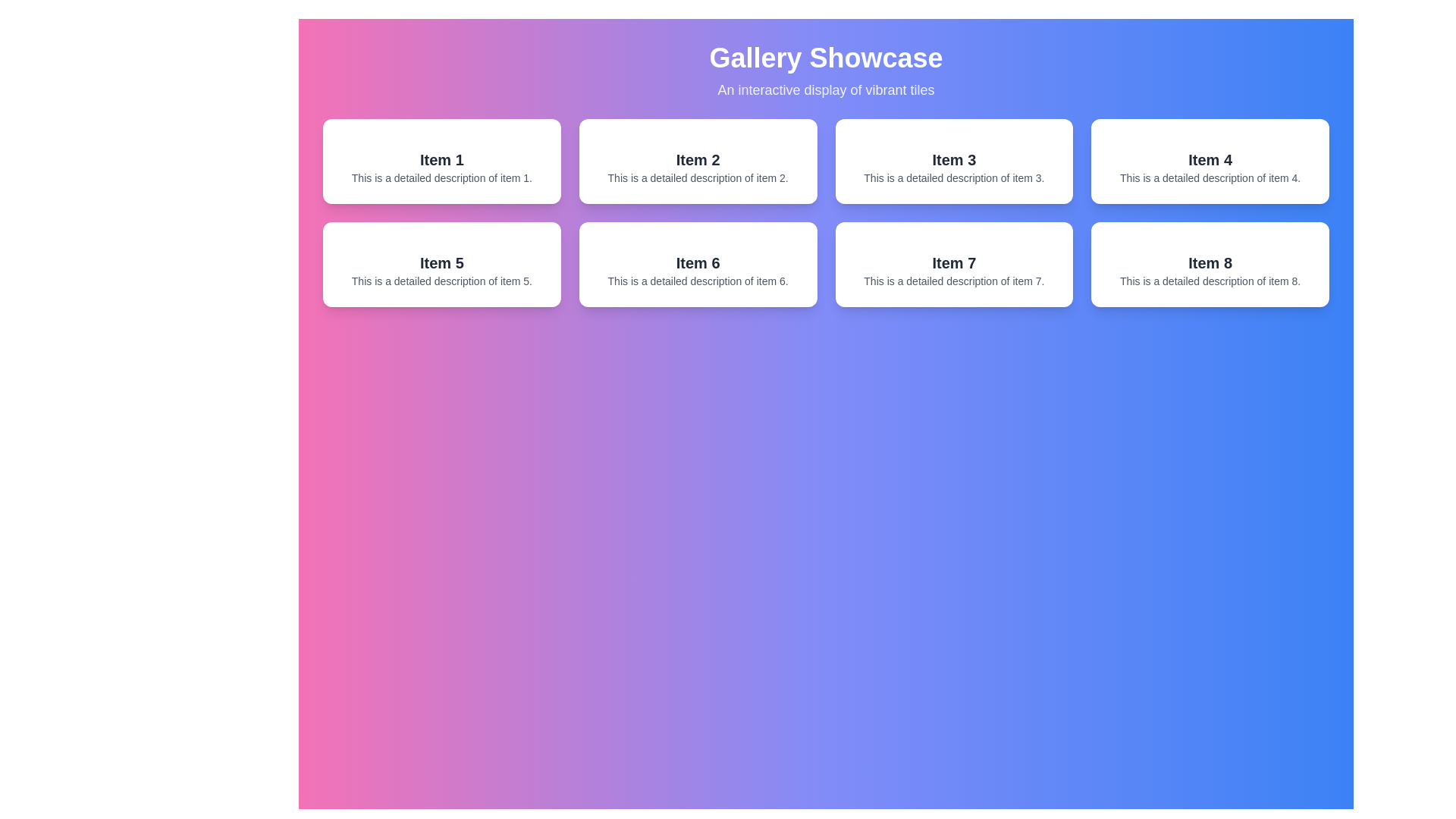 The image size is (1456, 819). Describe the element at coordinates (953, 281) in the screenshot. I see `the descriptive text element located under the title 'Item 7' in the card corresponding to 'Item 7' in the gallery interface` at that location.